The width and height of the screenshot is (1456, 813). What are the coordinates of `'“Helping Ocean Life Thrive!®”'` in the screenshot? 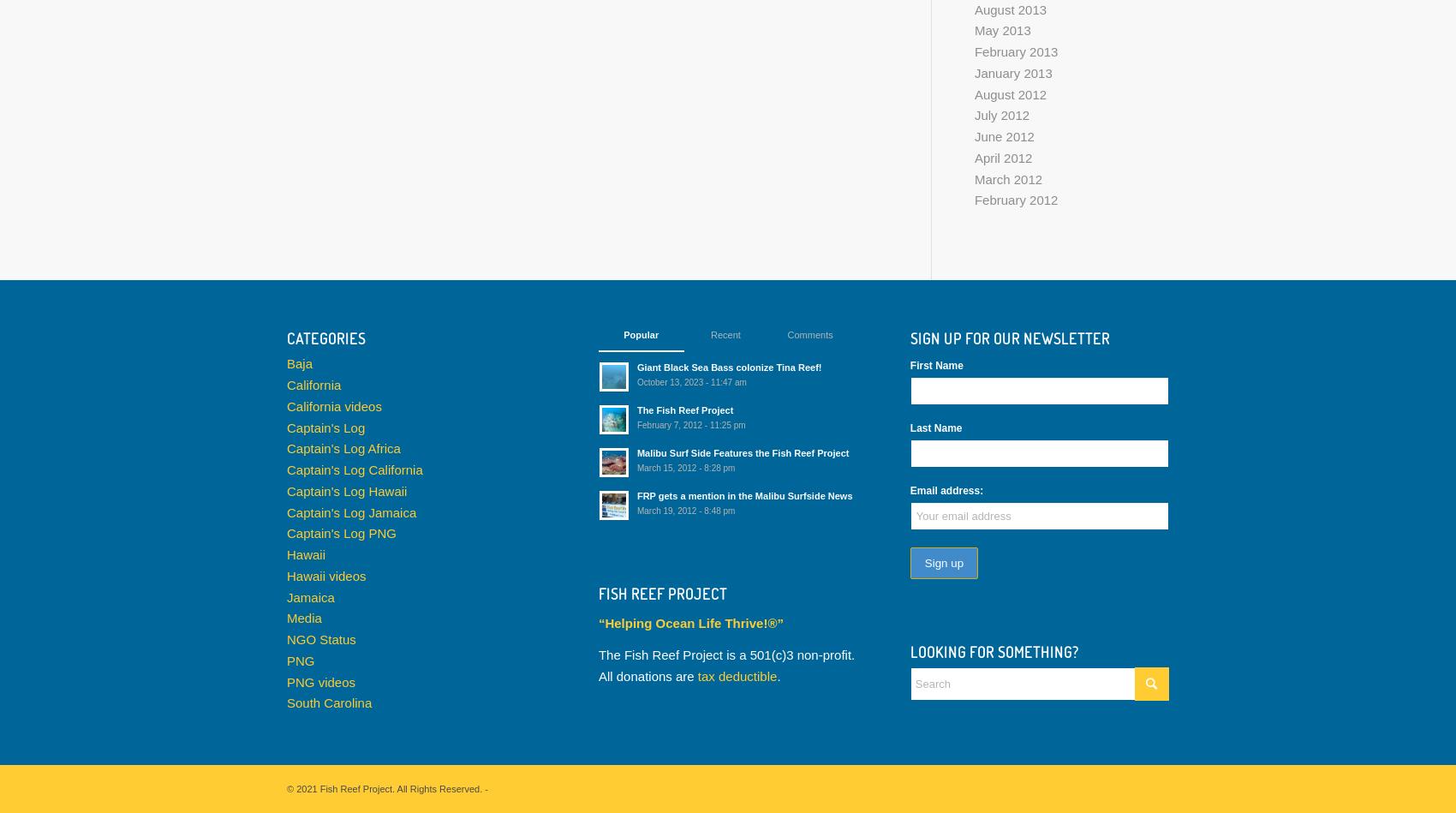 It's located at (689, 622).